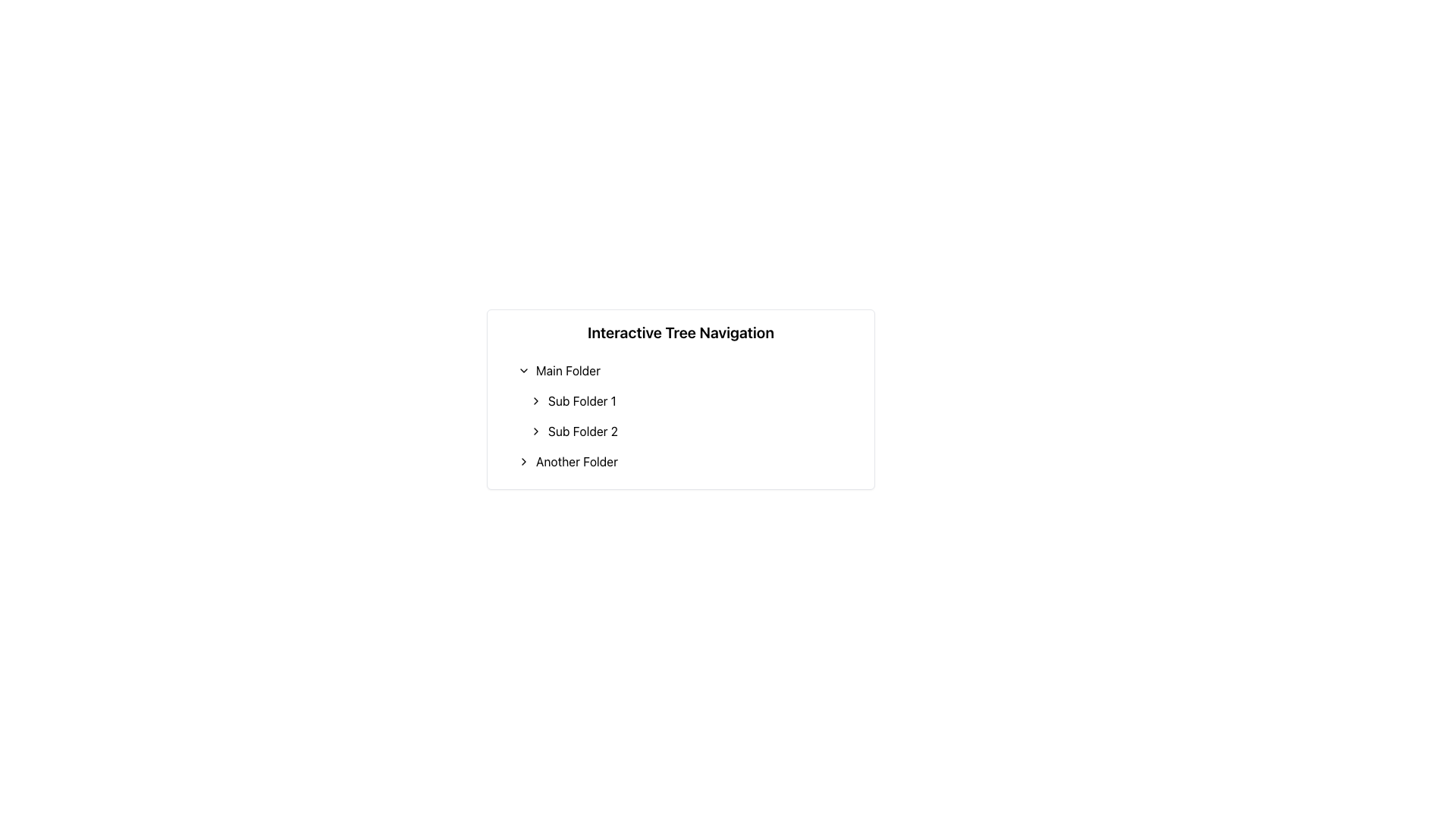 The width and height of the screenshot is (1456, 819). What do you see at coordinates (524, 461) in the screenshot?
I see `the chevron icon located to the left of the text 'Another Folder'` at bounding box center [524, 461].